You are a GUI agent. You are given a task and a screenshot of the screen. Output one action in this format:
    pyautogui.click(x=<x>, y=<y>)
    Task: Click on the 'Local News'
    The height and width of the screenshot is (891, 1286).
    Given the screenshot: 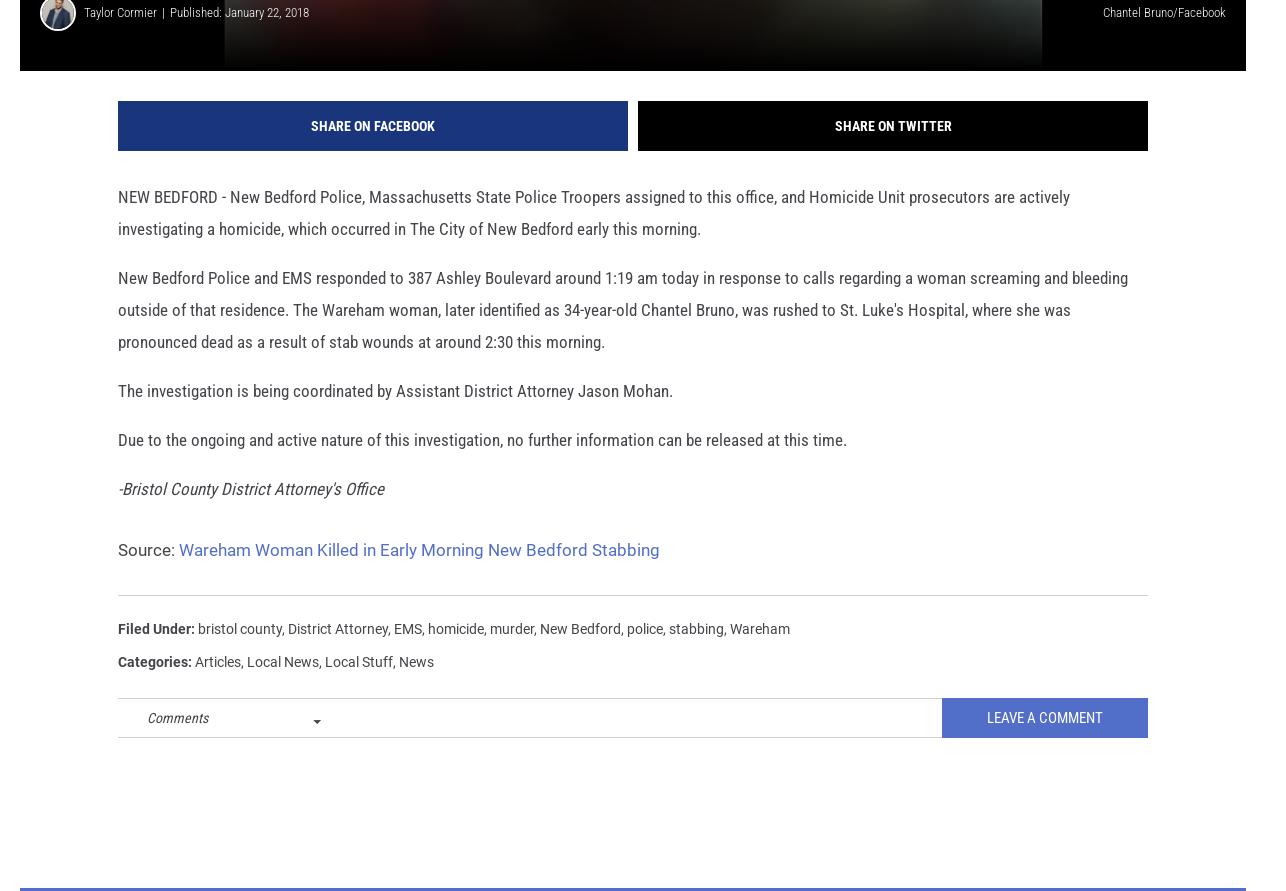 What is the action you would take?
    pyautogui.click(x=283, y=688)
    